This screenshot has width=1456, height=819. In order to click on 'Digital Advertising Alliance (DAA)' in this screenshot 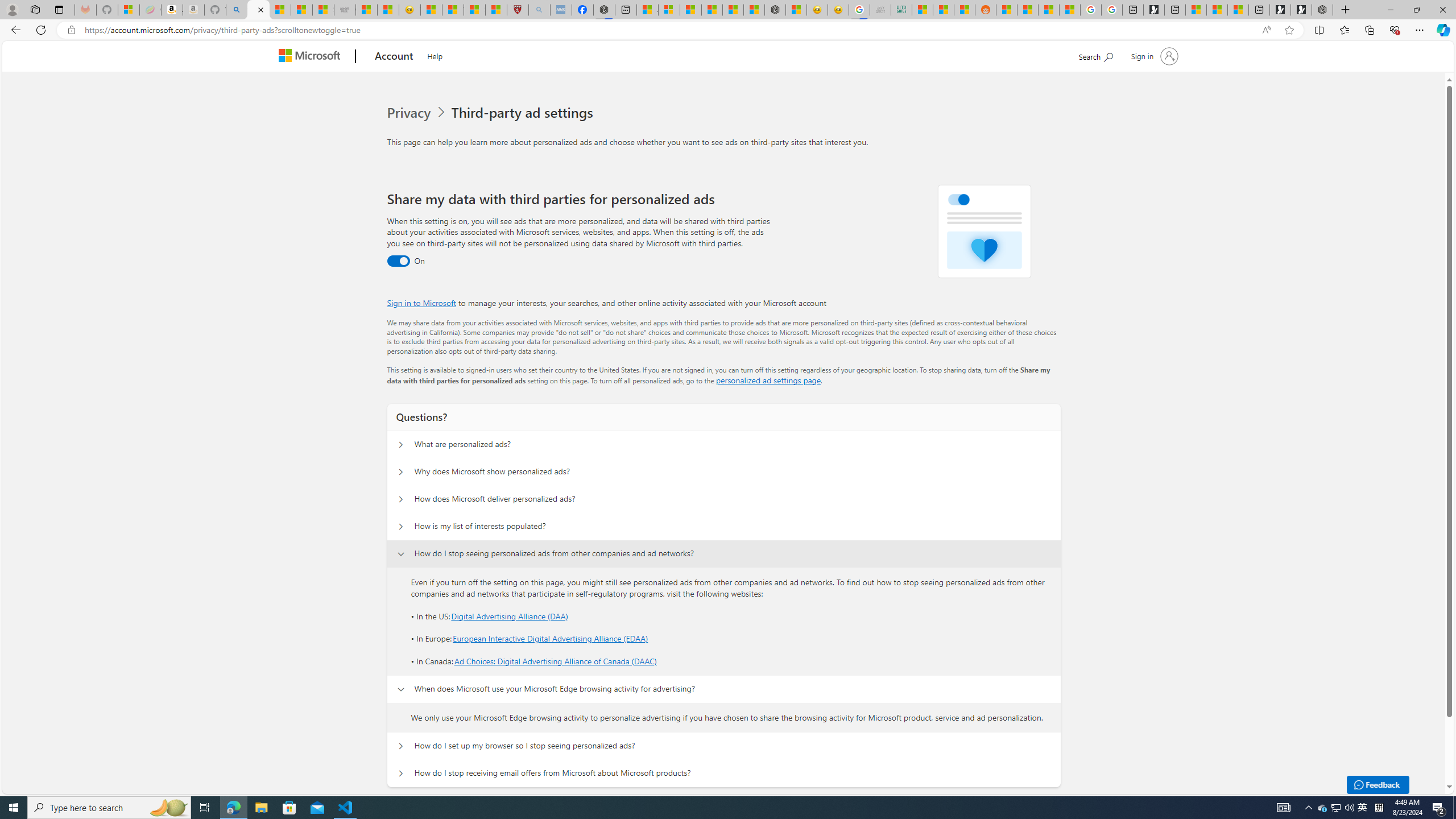, I will do `click(510, 615)`.